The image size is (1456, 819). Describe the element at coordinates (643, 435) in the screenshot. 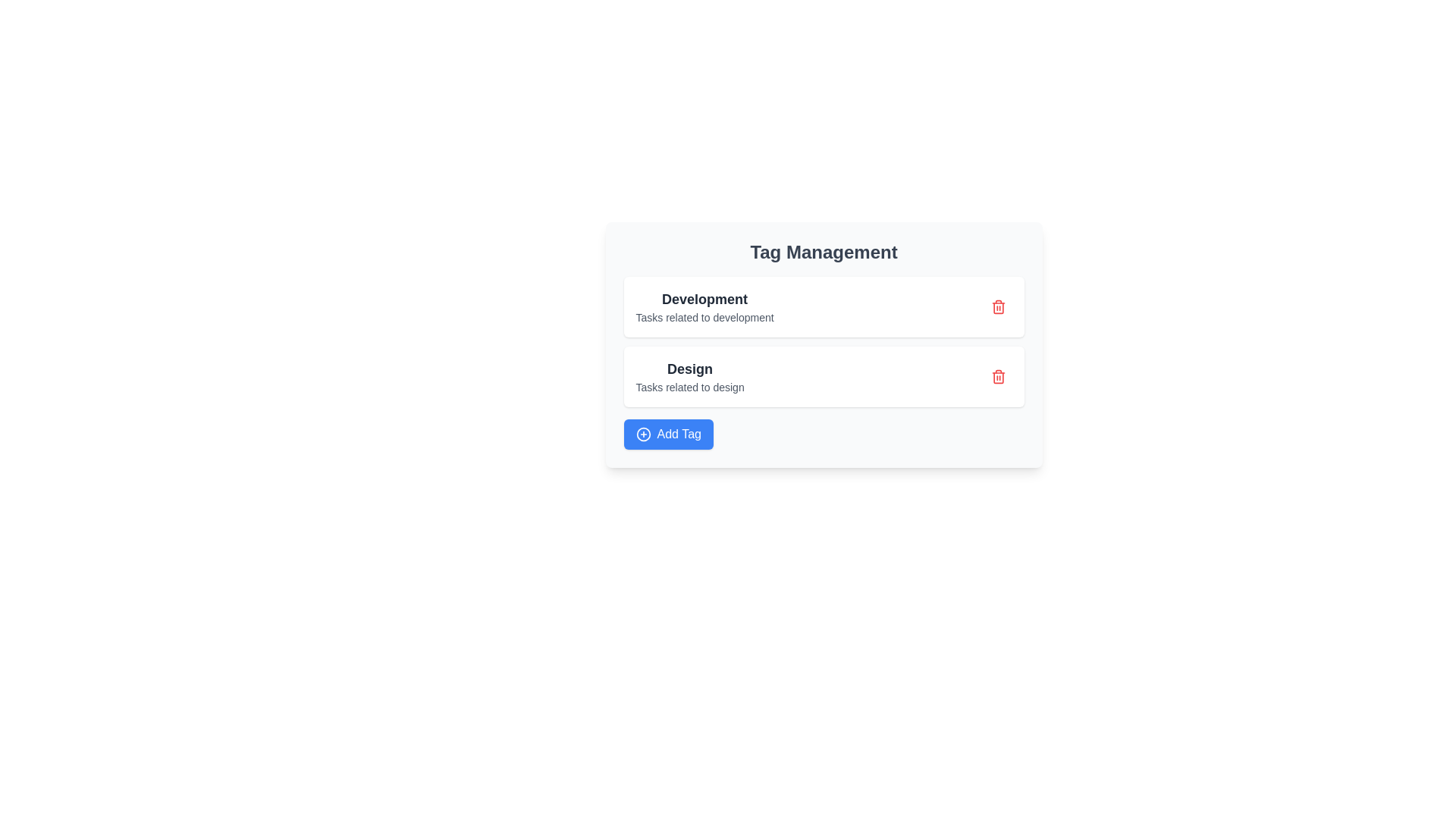

I see `the blue circular graphical element with a white outline, which is part of the icon located to the left of the 'Add Tag' button in the Tag Management interface` at that location.